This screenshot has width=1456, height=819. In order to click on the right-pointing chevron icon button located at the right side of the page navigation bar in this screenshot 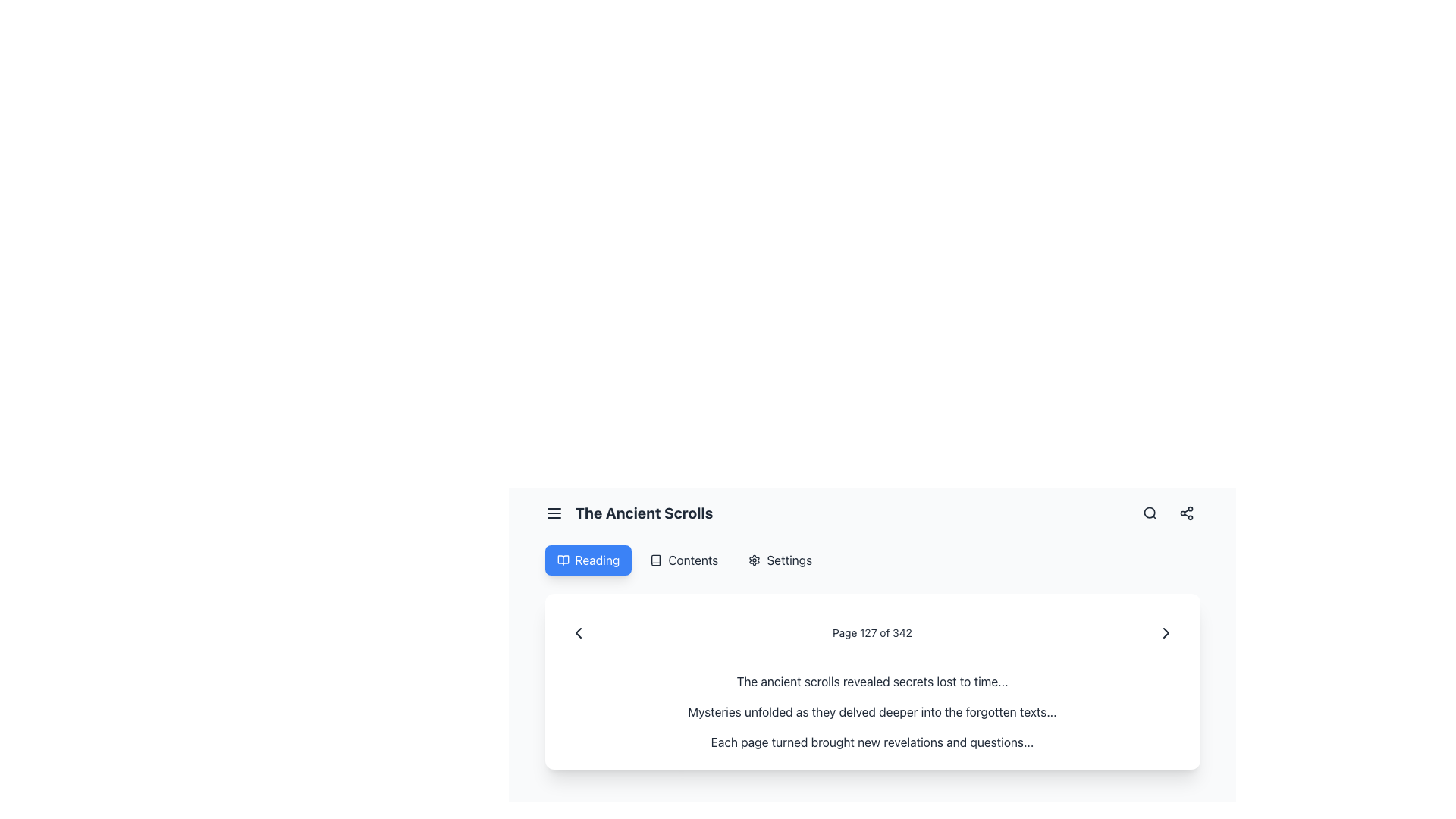, I will do `click(1166, 632)`.